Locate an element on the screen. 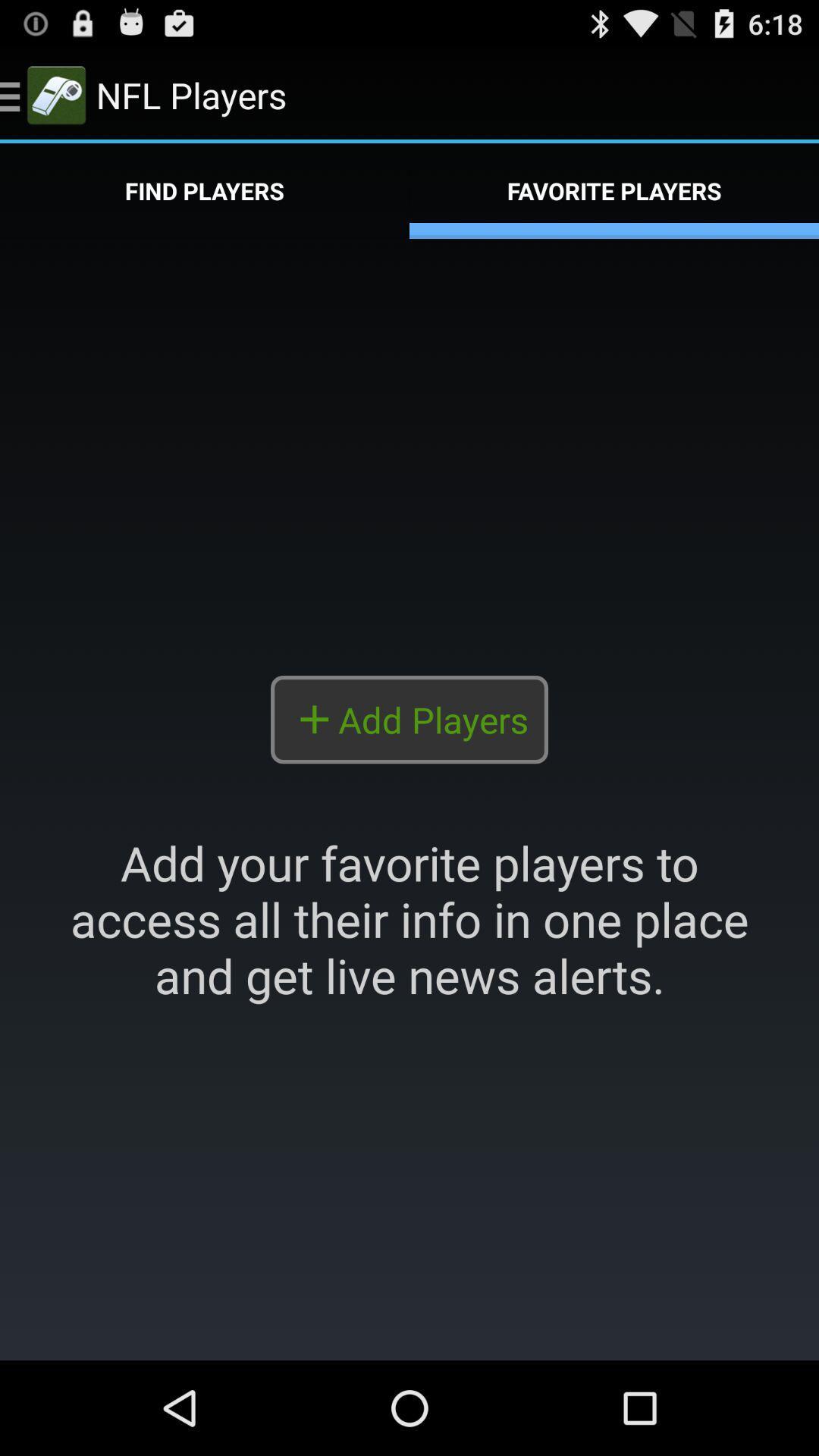 This screenshot has height=1456, width=819. the highlighted portion included to add player is located at coordinates (409, 799).